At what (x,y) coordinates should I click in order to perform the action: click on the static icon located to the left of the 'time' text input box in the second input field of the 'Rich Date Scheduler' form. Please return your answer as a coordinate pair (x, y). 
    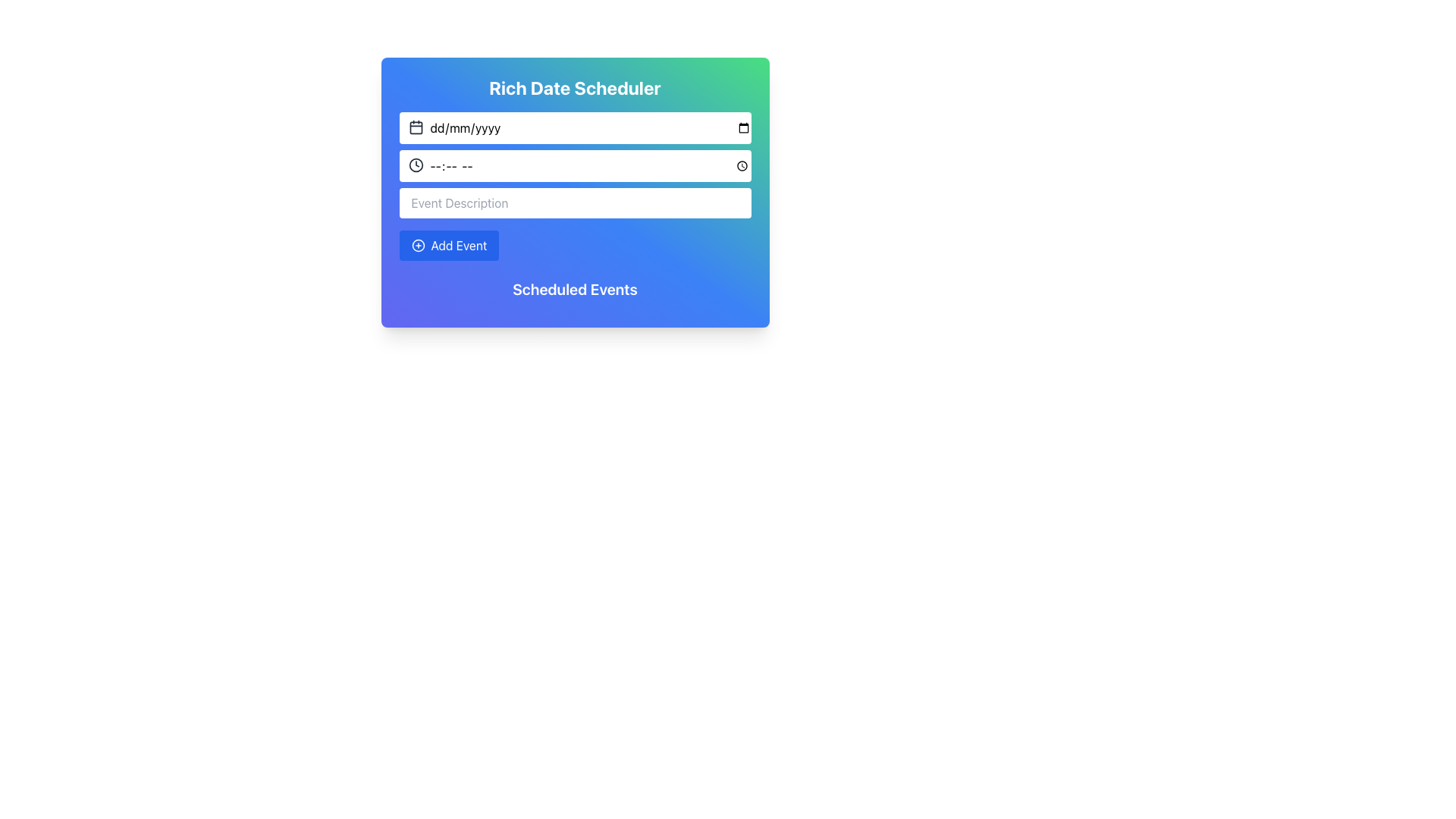
    Looking at the image, I should click on (416, 165).